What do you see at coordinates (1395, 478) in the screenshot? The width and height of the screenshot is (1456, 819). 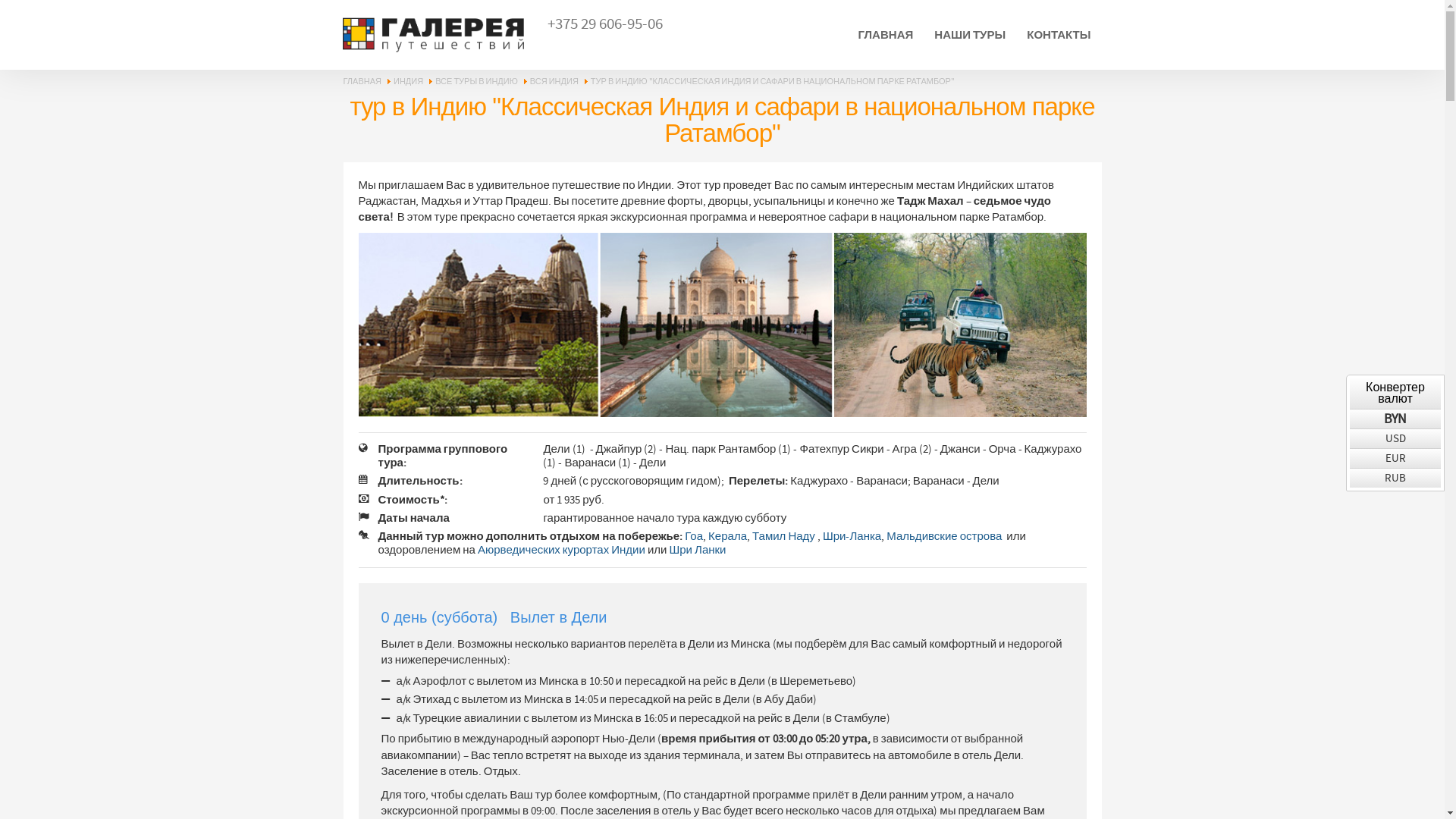 I see `'RUB'` at bounding box center [1395, 478].